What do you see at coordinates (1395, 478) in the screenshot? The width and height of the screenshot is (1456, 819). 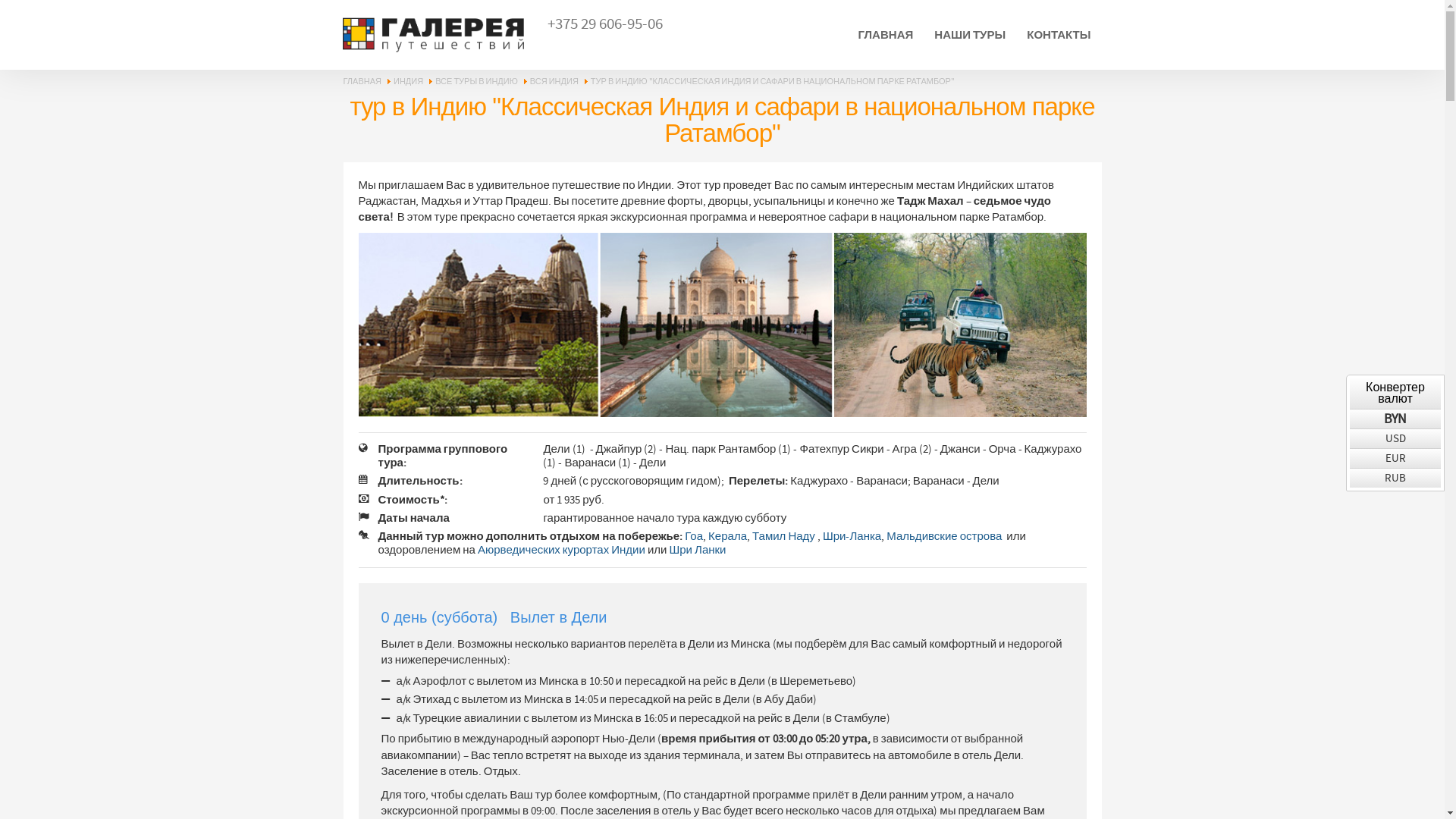 I see `'RUB'` at bounding box center [1395, 478].